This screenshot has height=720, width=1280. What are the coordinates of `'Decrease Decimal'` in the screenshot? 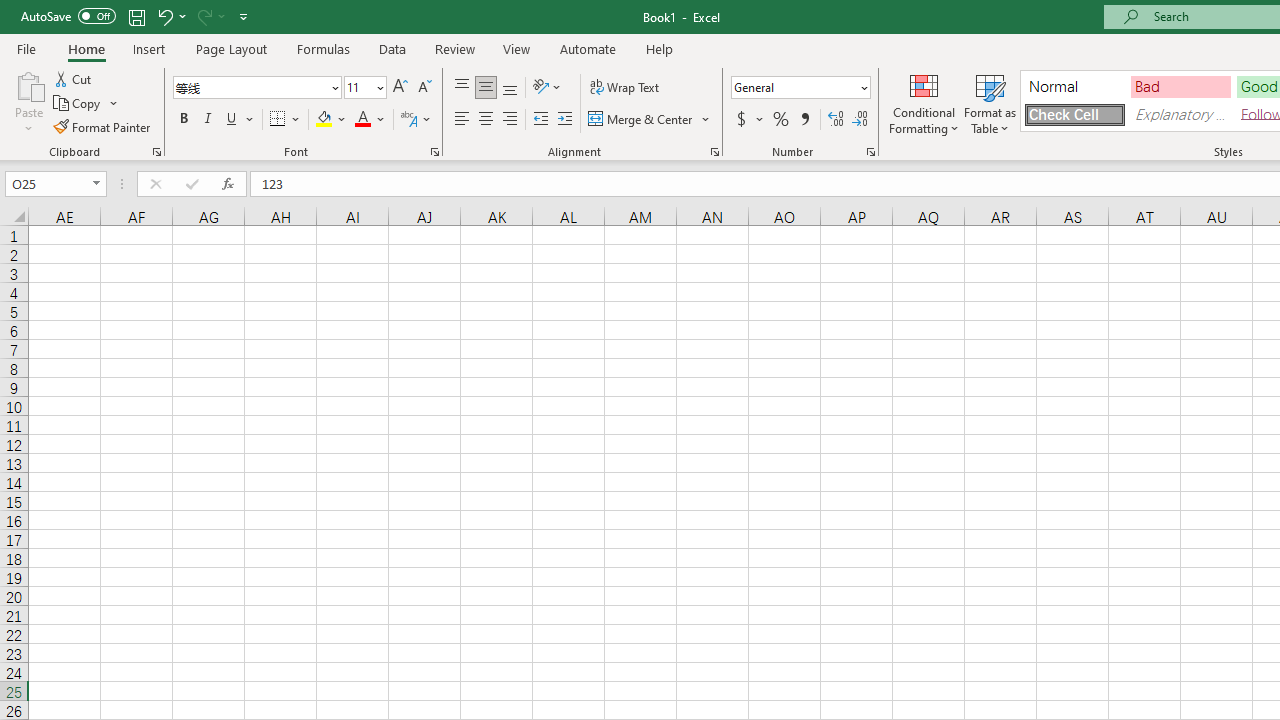 It's located at (859, 119).